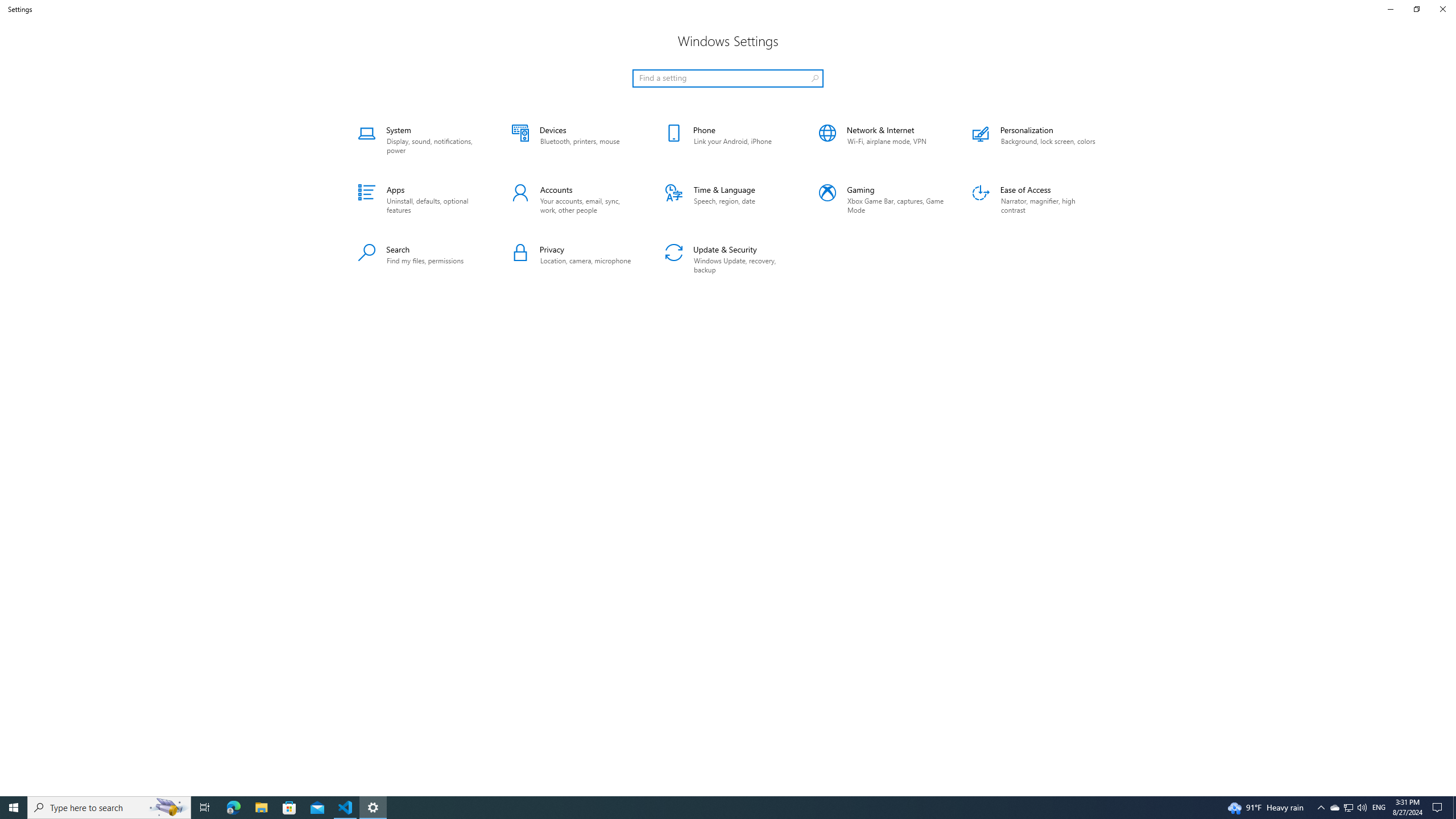  I want to click on 'Search', so click(420, 259).